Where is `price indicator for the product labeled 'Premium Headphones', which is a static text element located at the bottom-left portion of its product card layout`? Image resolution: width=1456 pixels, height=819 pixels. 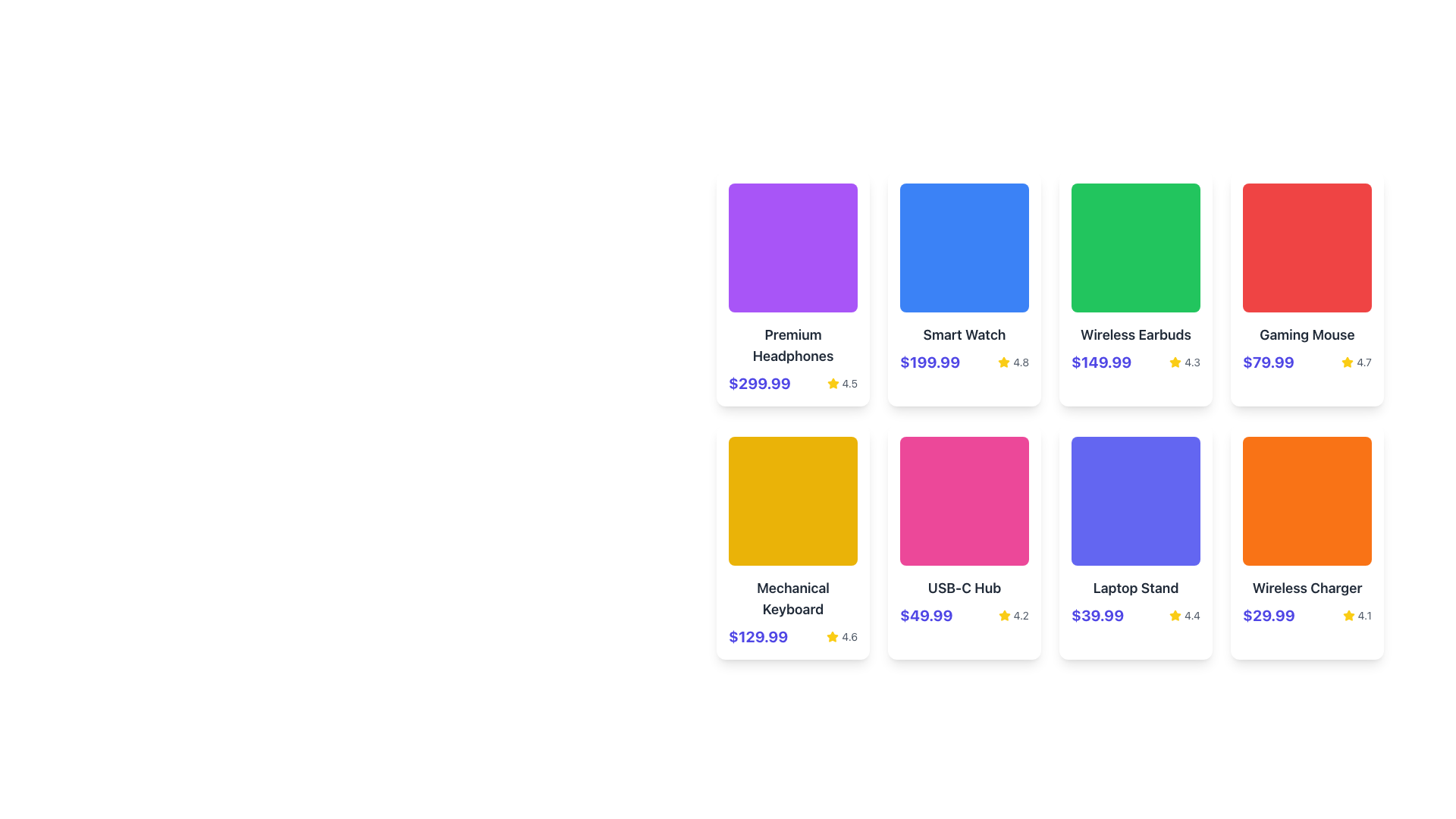 price indicator for the product labeled 'Premium Headphones', which is a static text element located at the bottom-left portion of its product card layout is located at coordinates (759, 382).